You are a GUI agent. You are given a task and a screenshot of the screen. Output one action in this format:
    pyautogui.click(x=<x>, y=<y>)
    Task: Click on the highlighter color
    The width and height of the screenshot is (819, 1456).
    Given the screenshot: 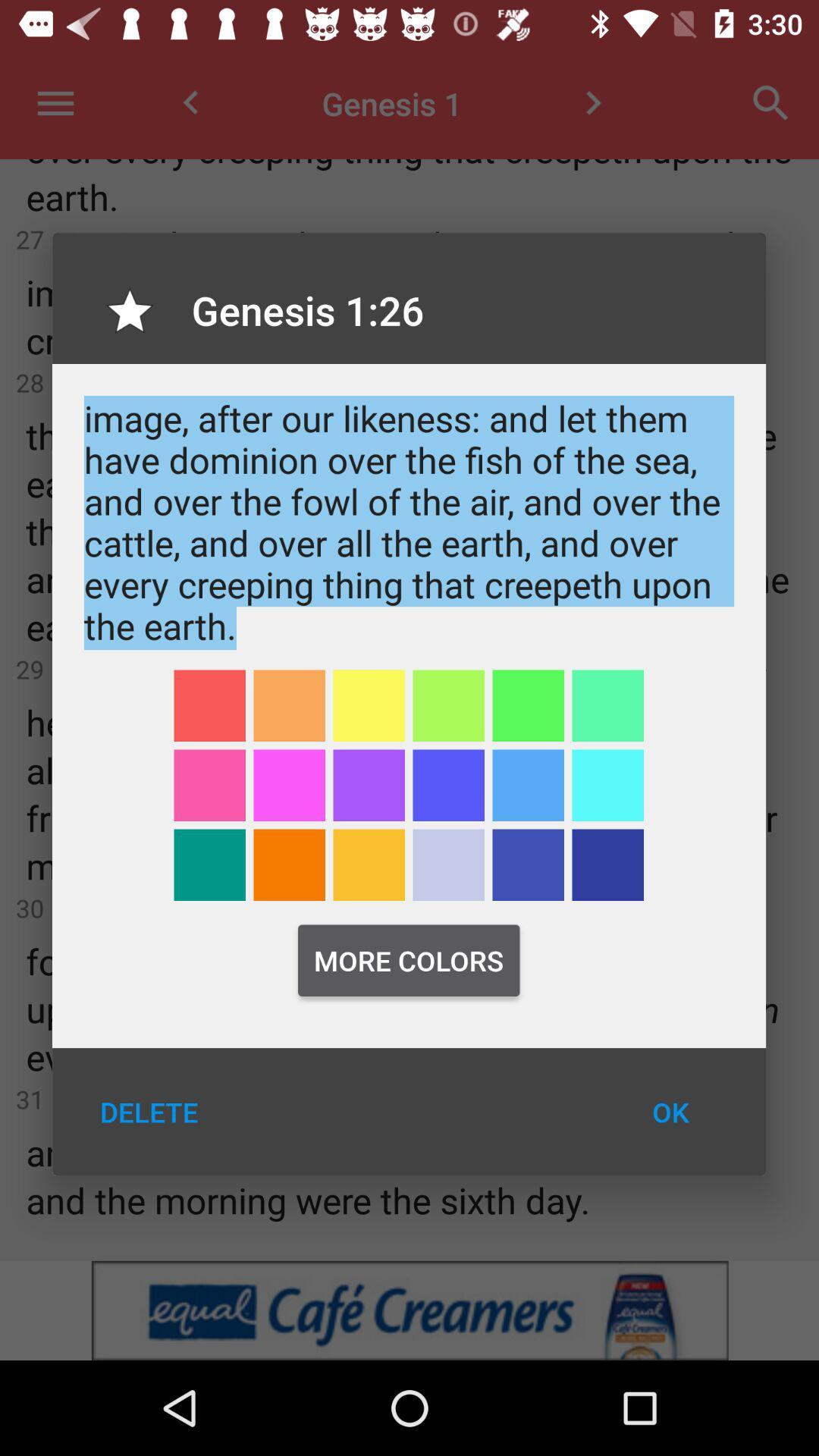 What is the action you would take?
    pyautogui.click(x=527, y=785)
    